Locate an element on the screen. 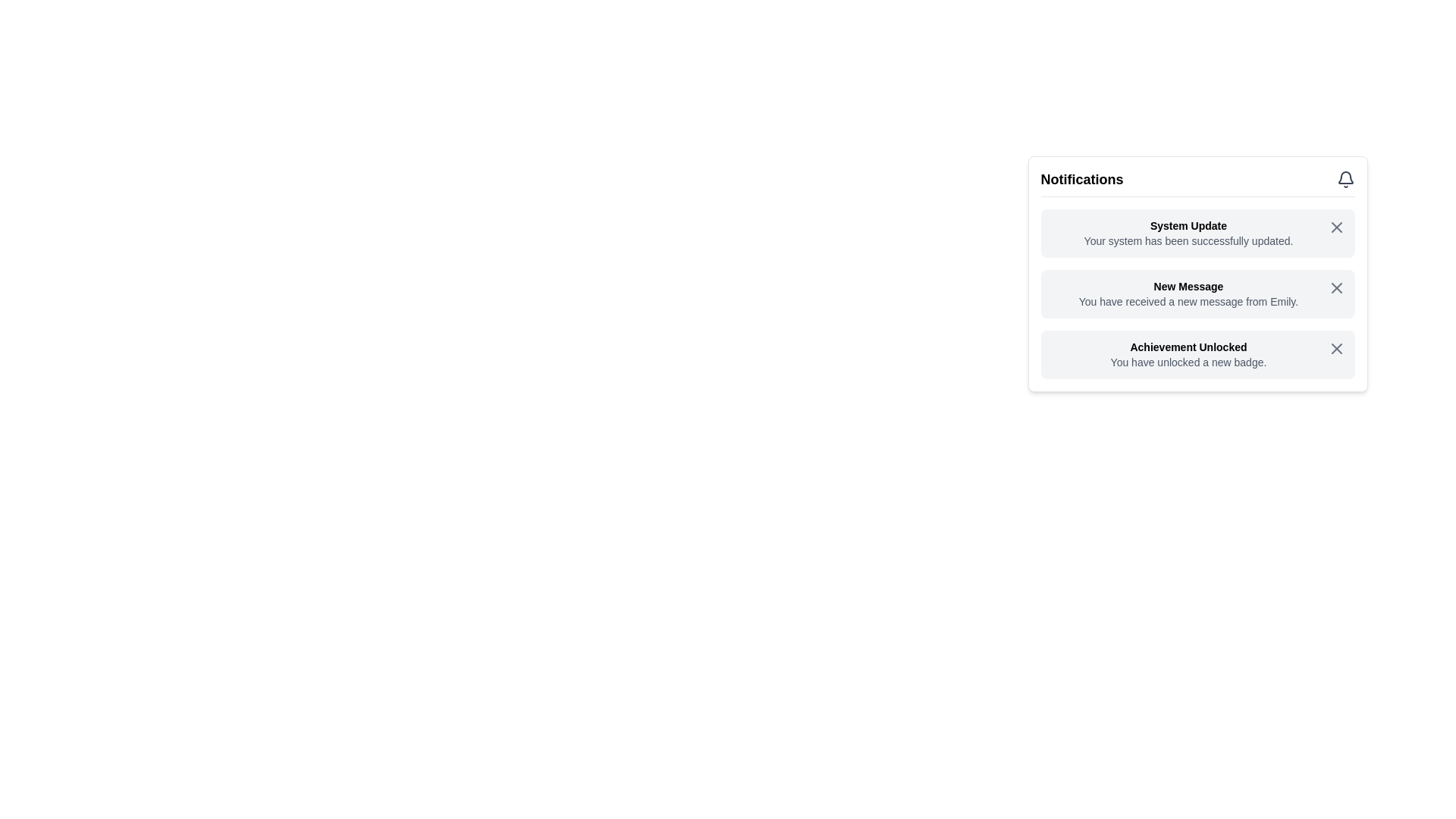 The height and width of the screenshot is (819, 1456). the bell icon is located at coordinates (1345, 178).